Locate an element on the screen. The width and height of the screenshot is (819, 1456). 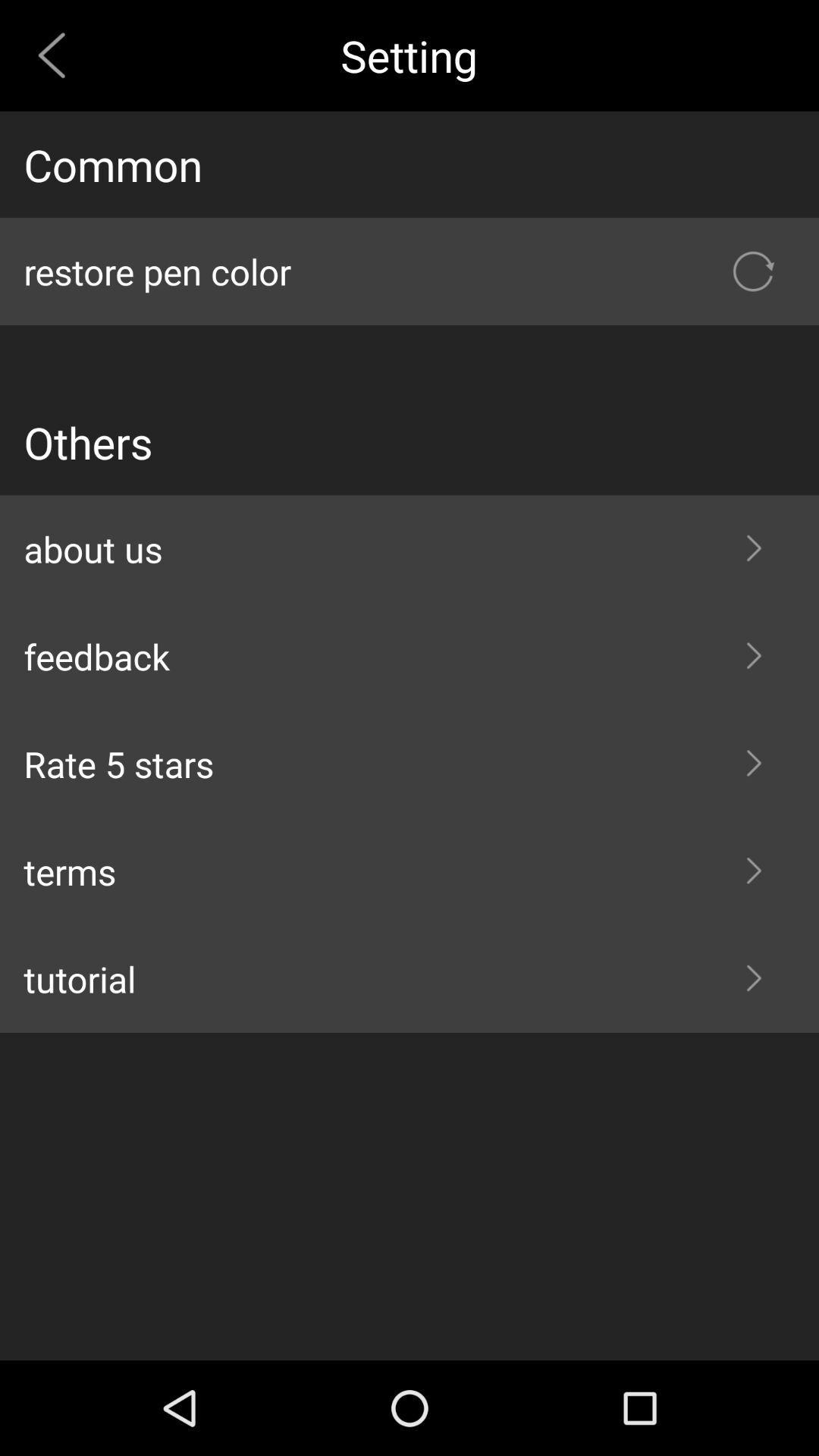
the item below common is located at coordinates (409, 271).